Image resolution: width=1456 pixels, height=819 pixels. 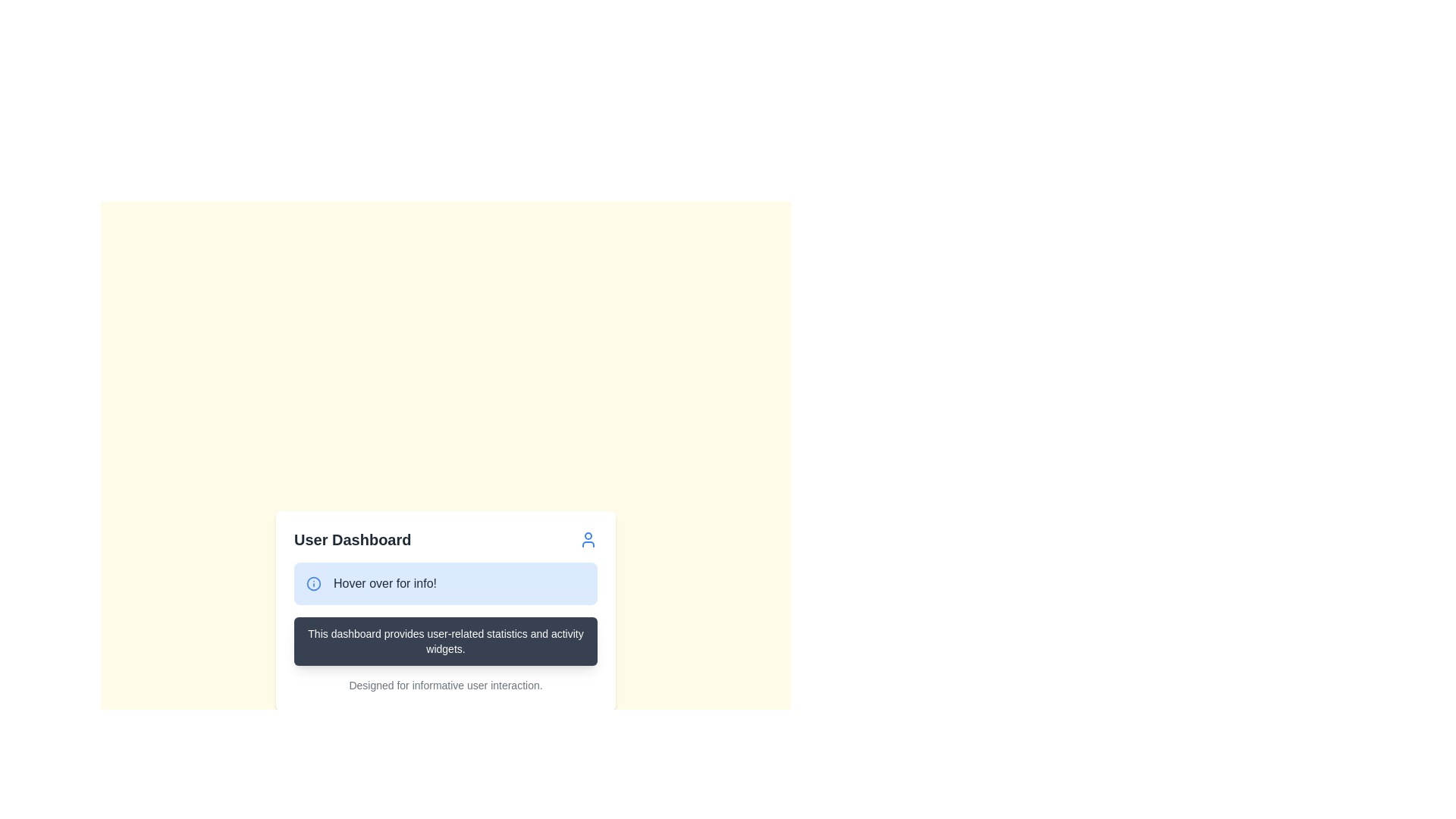 I want to click on the Text Label that indicates the purpose or content of the current section or page in the user dashboard, positioned towards the left near the top of the visible content area, so click(x=352, y=539).